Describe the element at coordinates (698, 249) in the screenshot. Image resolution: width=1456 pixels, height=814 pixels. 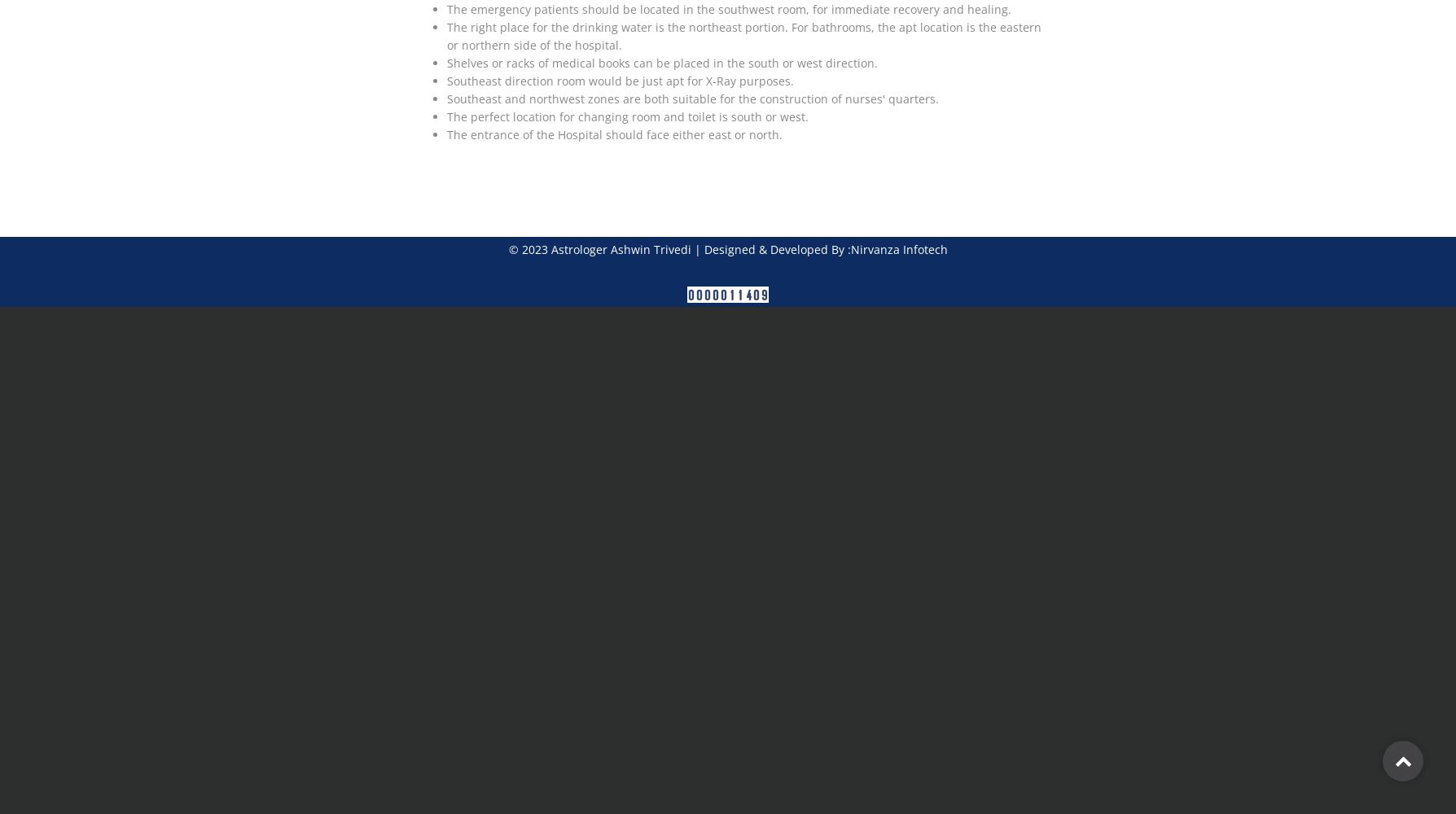
I see `'Astrologer Ashwin Trivedi | Designed & Developed By :'` at that location.